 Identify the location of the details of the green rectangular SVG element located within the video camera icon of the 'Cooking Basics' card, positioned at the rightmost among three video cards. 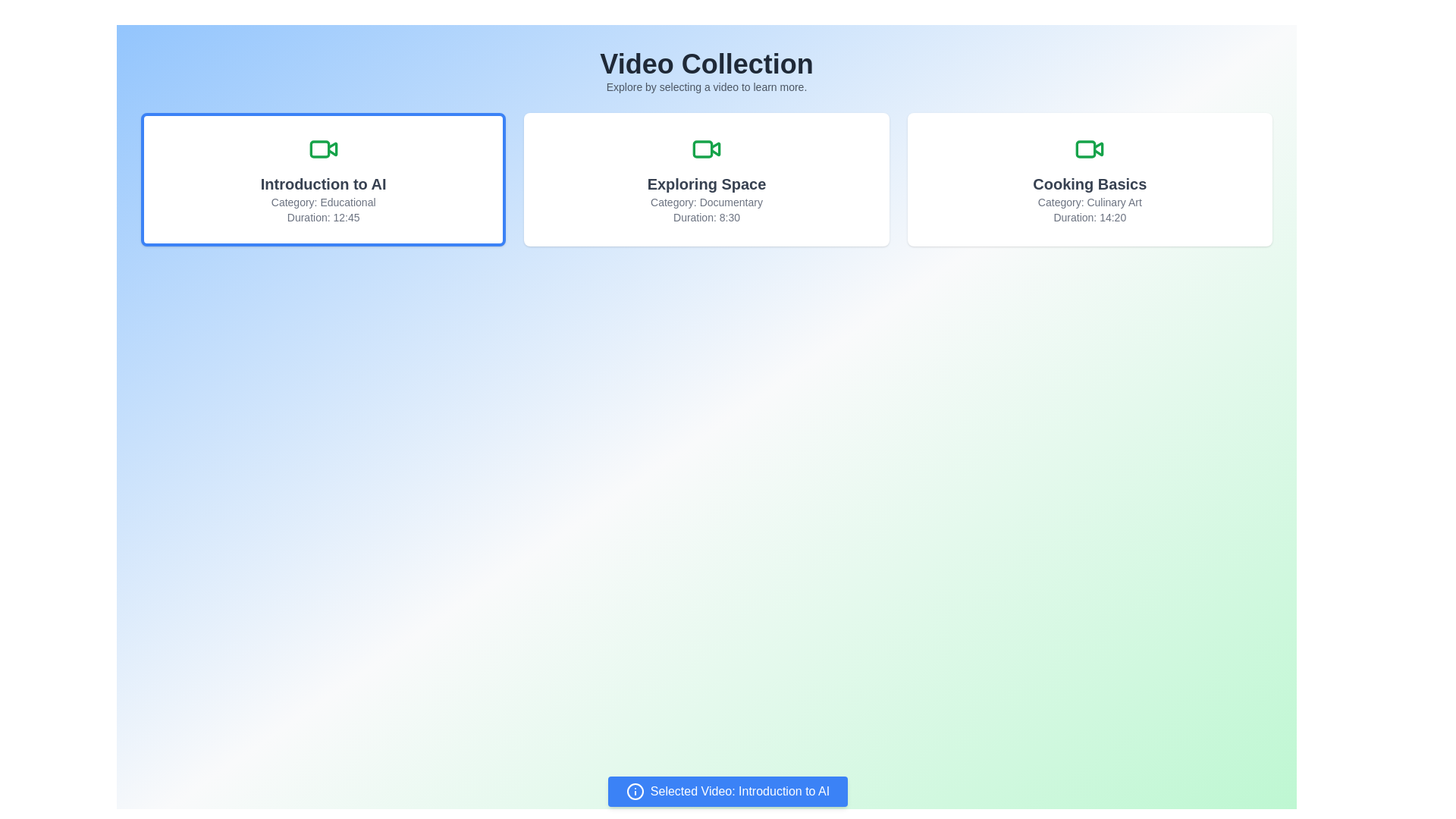
(1085, 149).